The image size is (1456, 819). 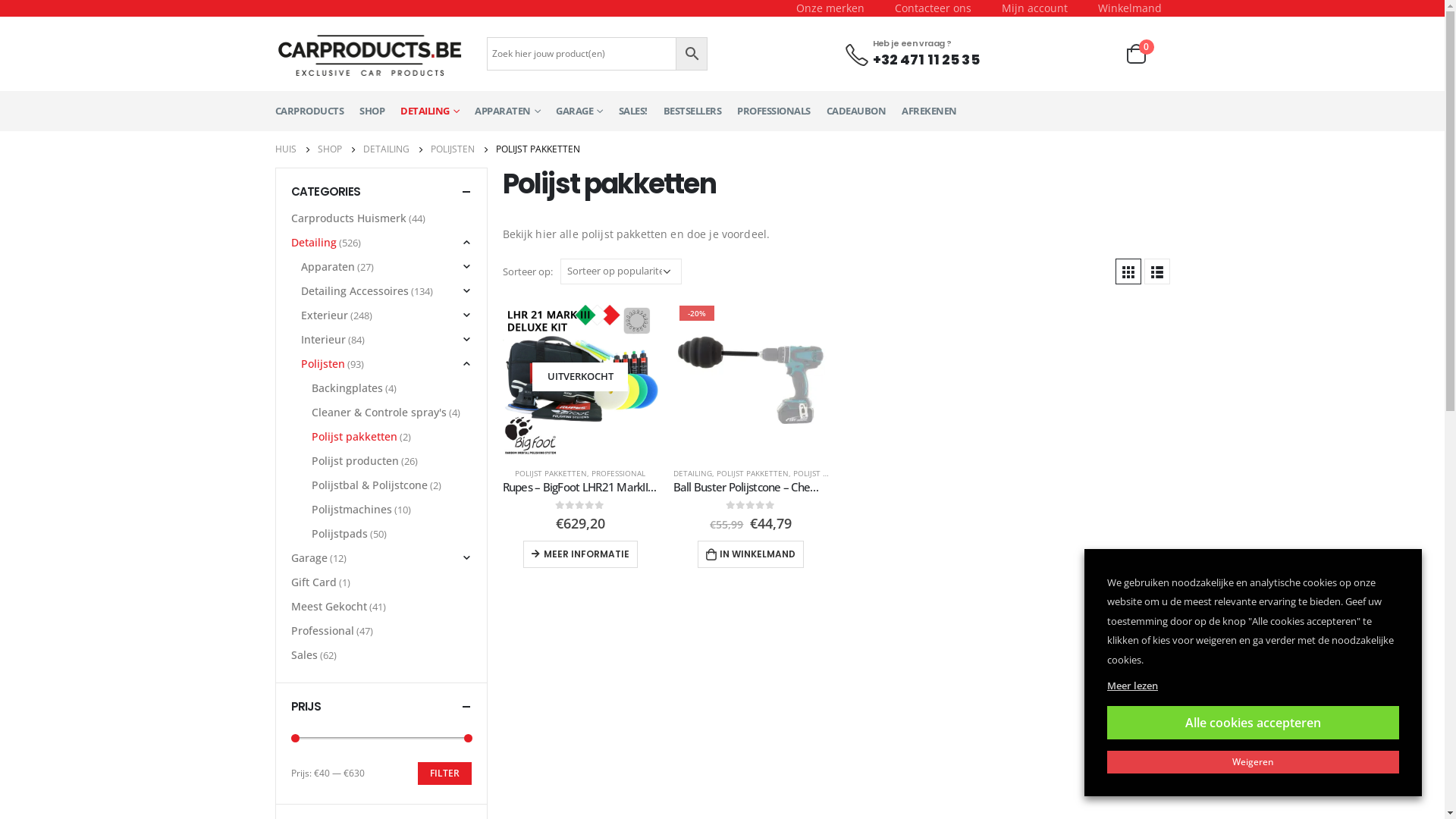 I want to click on 'Professional', so click(x=322, y=631).